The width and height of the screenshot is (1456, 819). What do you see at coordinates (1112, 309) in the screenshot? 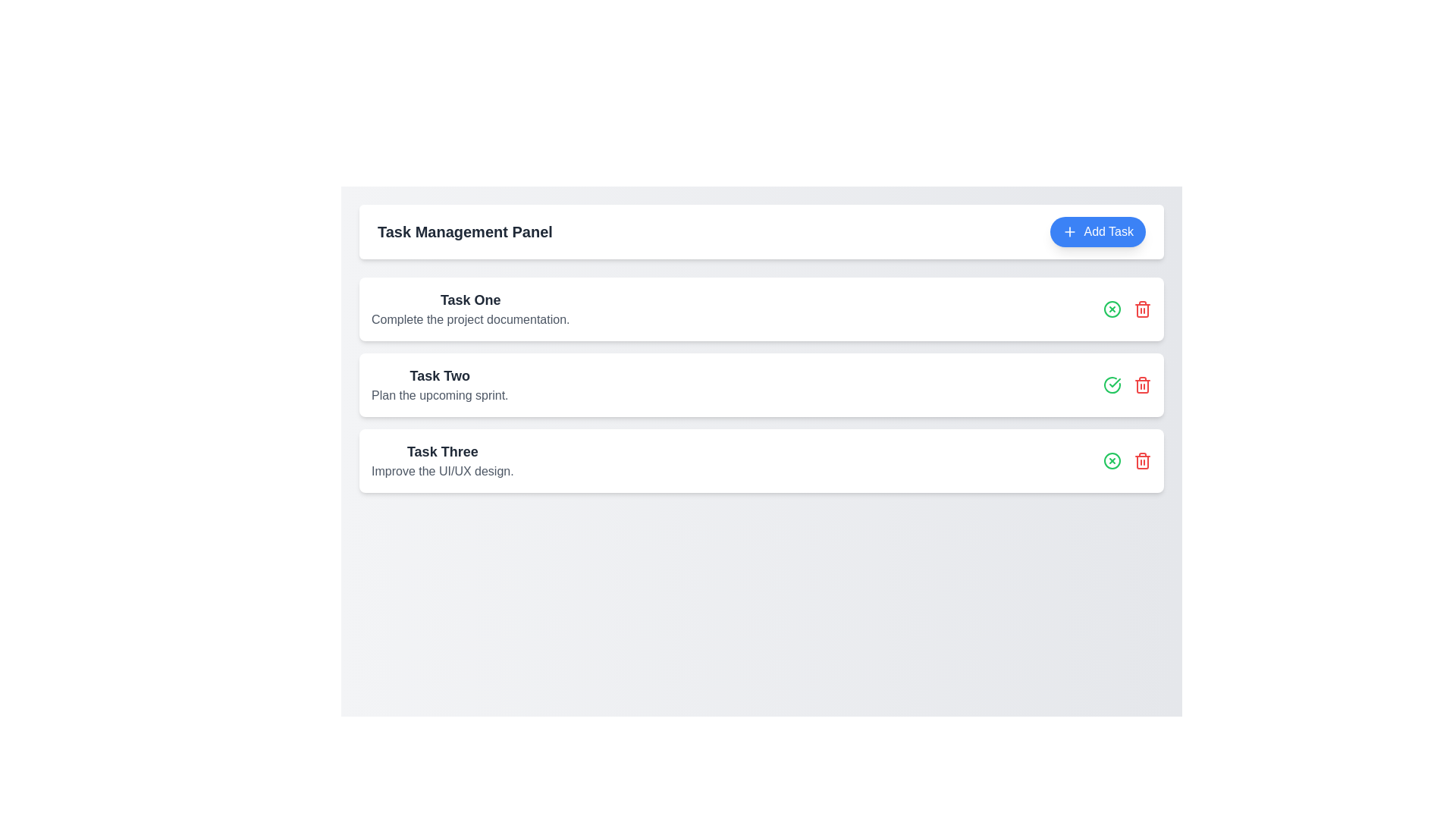
I see `the icon button` at bounding box center [1112, 309].